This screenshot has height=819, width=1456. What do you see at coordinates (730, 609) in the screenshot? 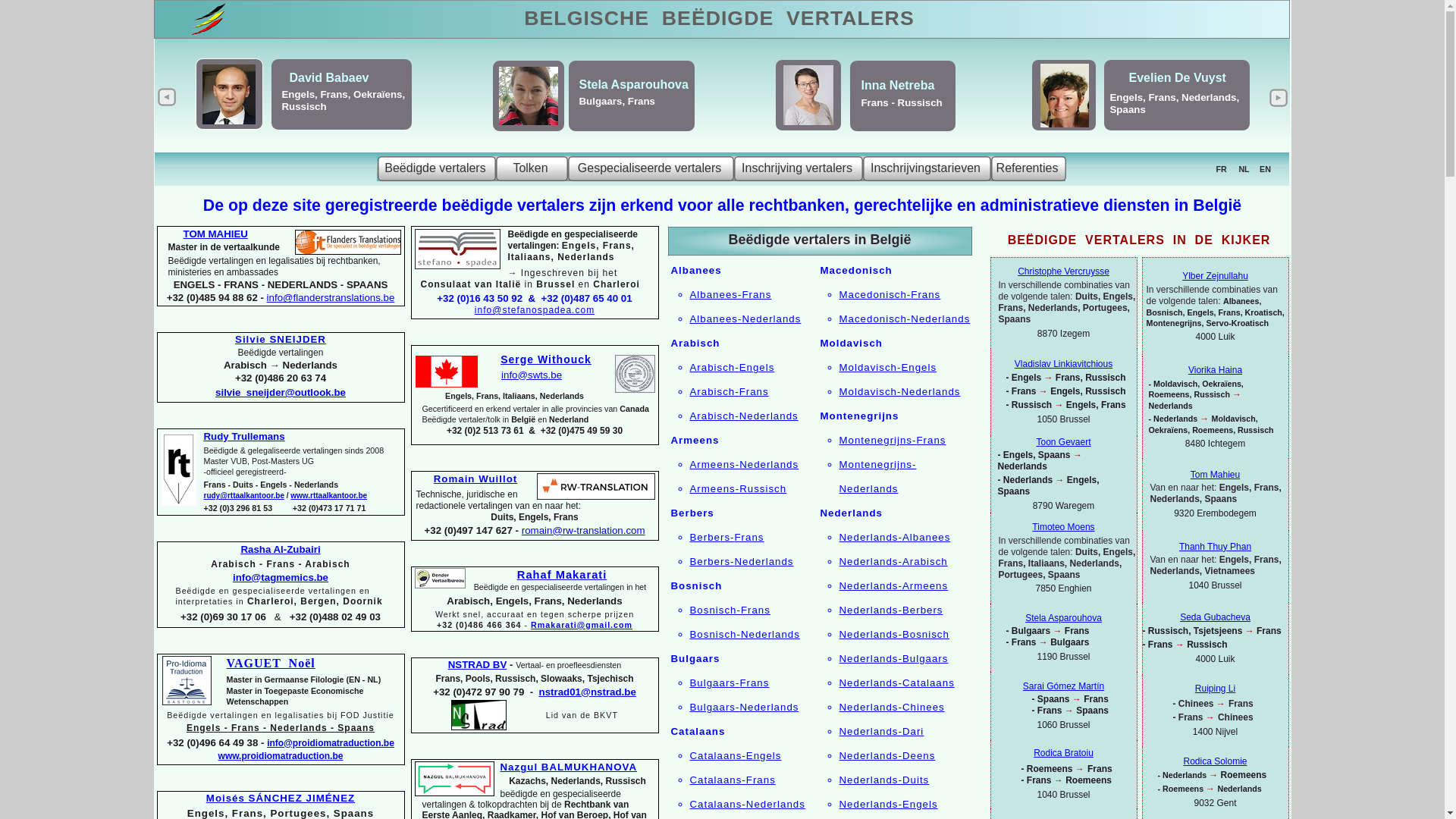
I see `'Bosnisch-Frans'` at bounding box center [730, 609].